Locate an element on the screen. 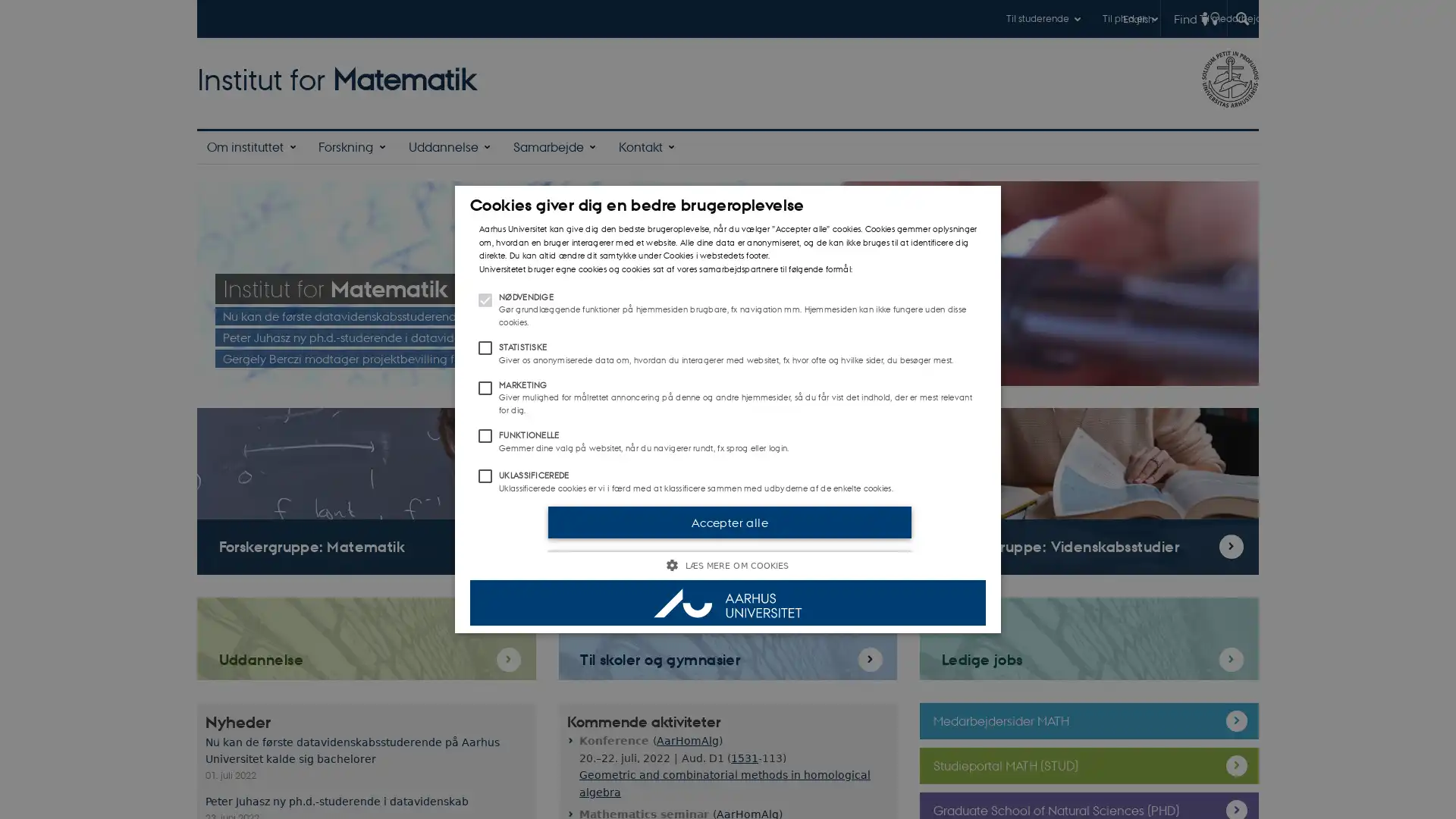 The height and width of the screenshot is (819, 1456). Accepter valgte is located at coordinates (604, 520).